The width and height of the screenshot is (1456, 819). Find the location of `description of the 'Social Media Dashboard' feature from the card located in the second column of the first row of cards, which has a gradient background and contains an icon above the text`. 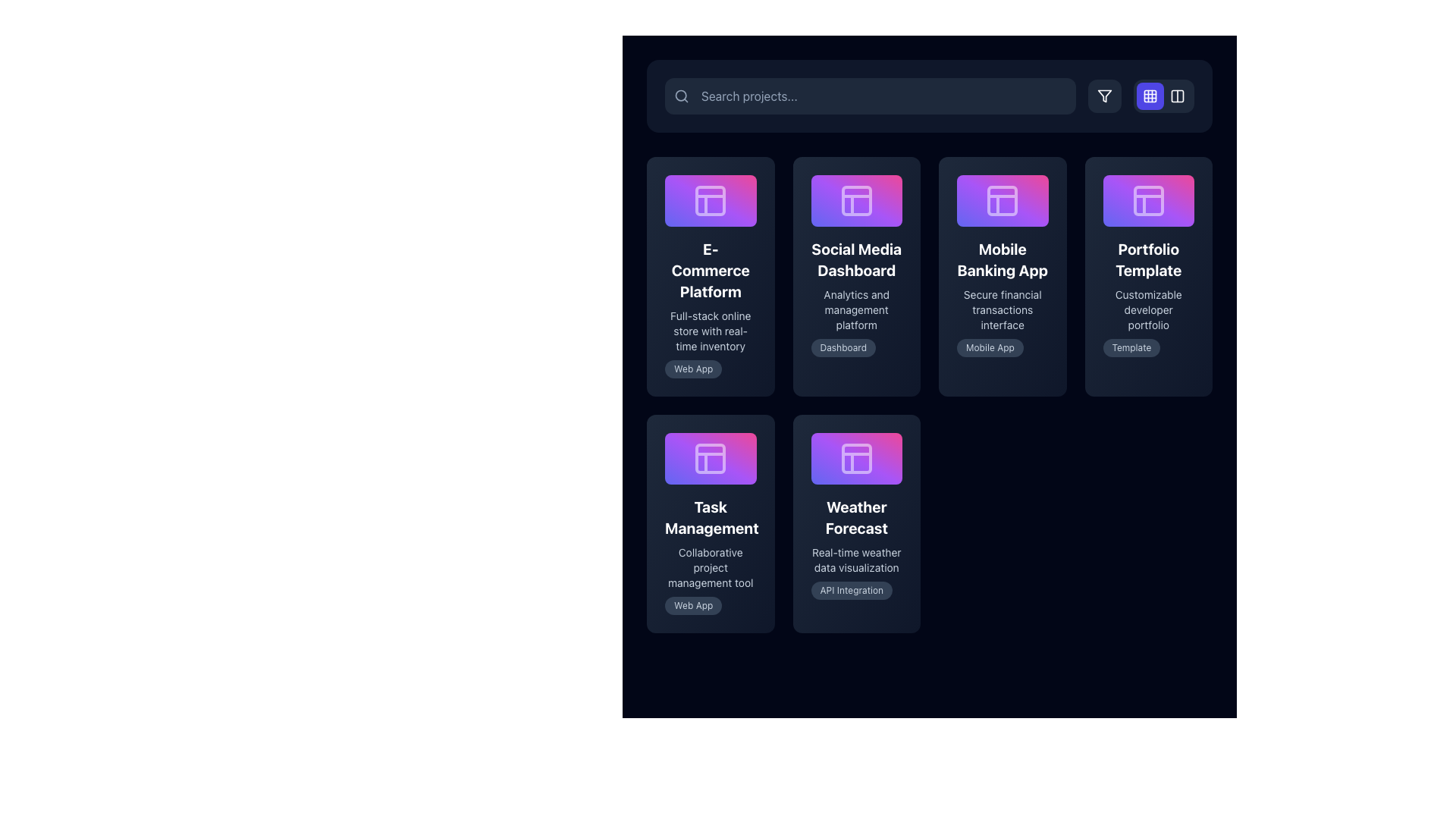

description of the 'Social Media Dashboard' feature from the card located in the second column of the first row of cards, which has a gradient background and contains an icon above the text is located at coordinates (856, 297).